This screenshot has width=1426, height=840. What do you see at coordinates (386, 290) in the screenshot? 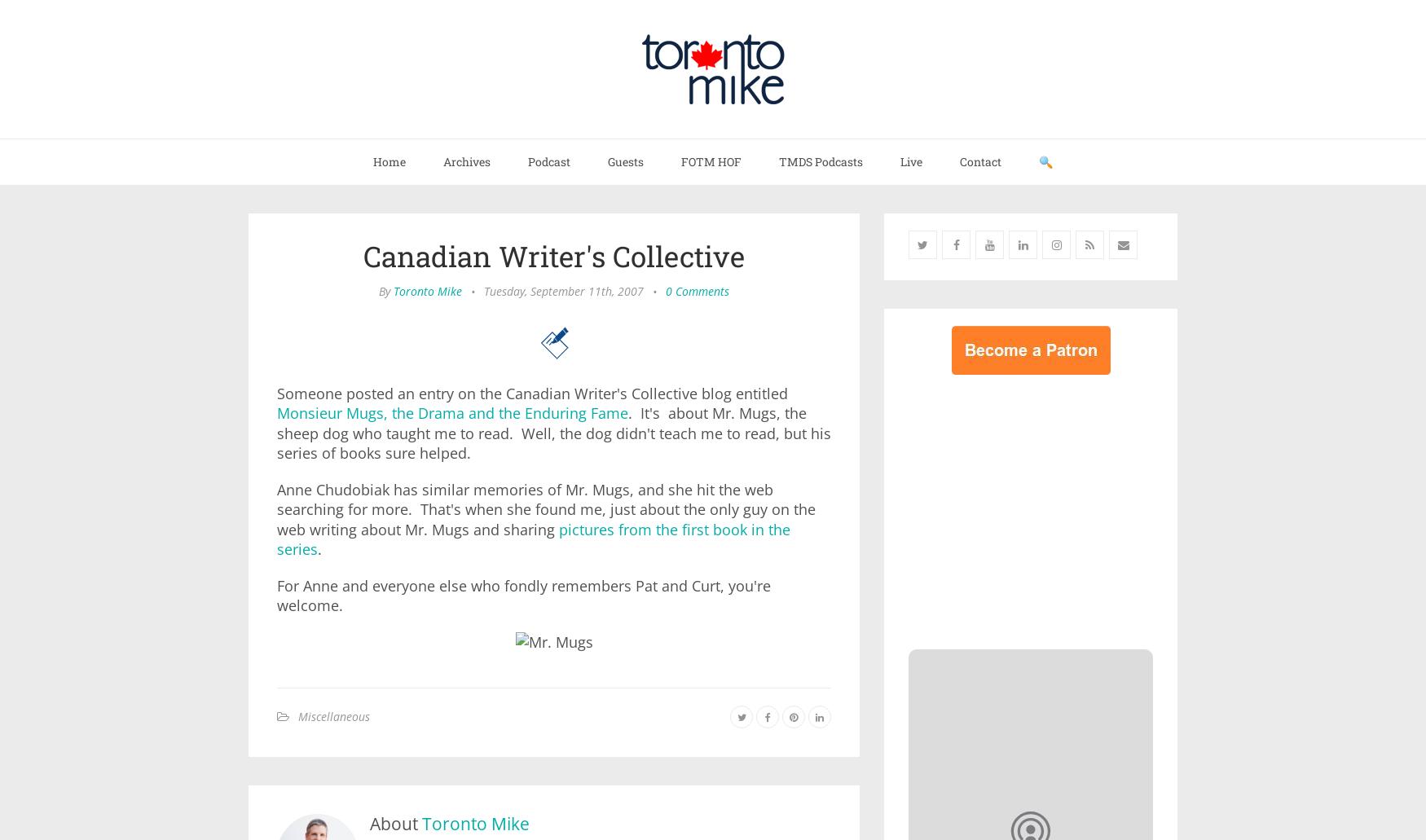
I see `'By'` at bounding box center [386, 290].